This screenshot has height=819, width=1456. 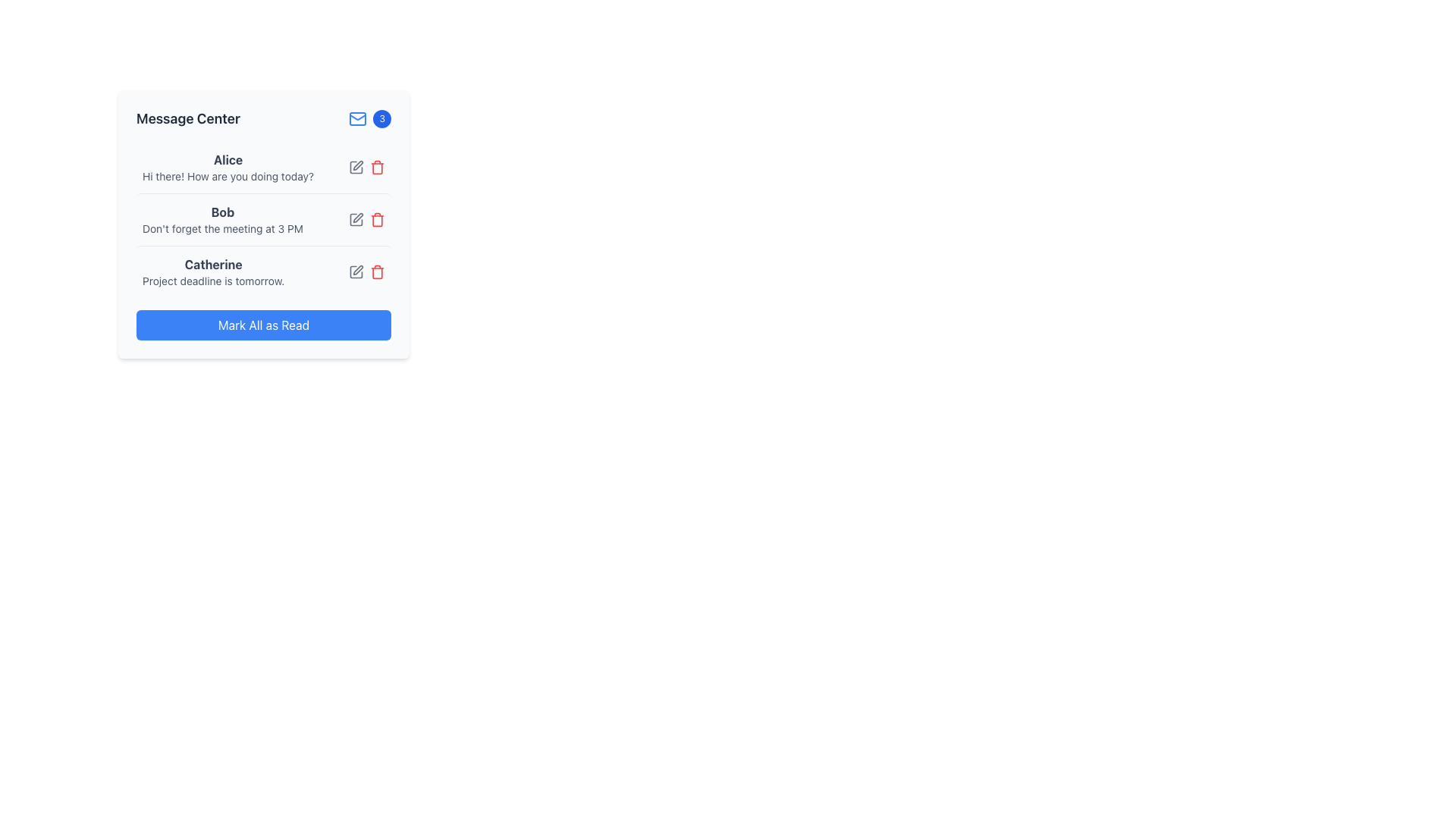 I want to click on the trash bin icon in the icon set located in the third column of the row containing the 'Alice' user message, so click(x=367, y=167).